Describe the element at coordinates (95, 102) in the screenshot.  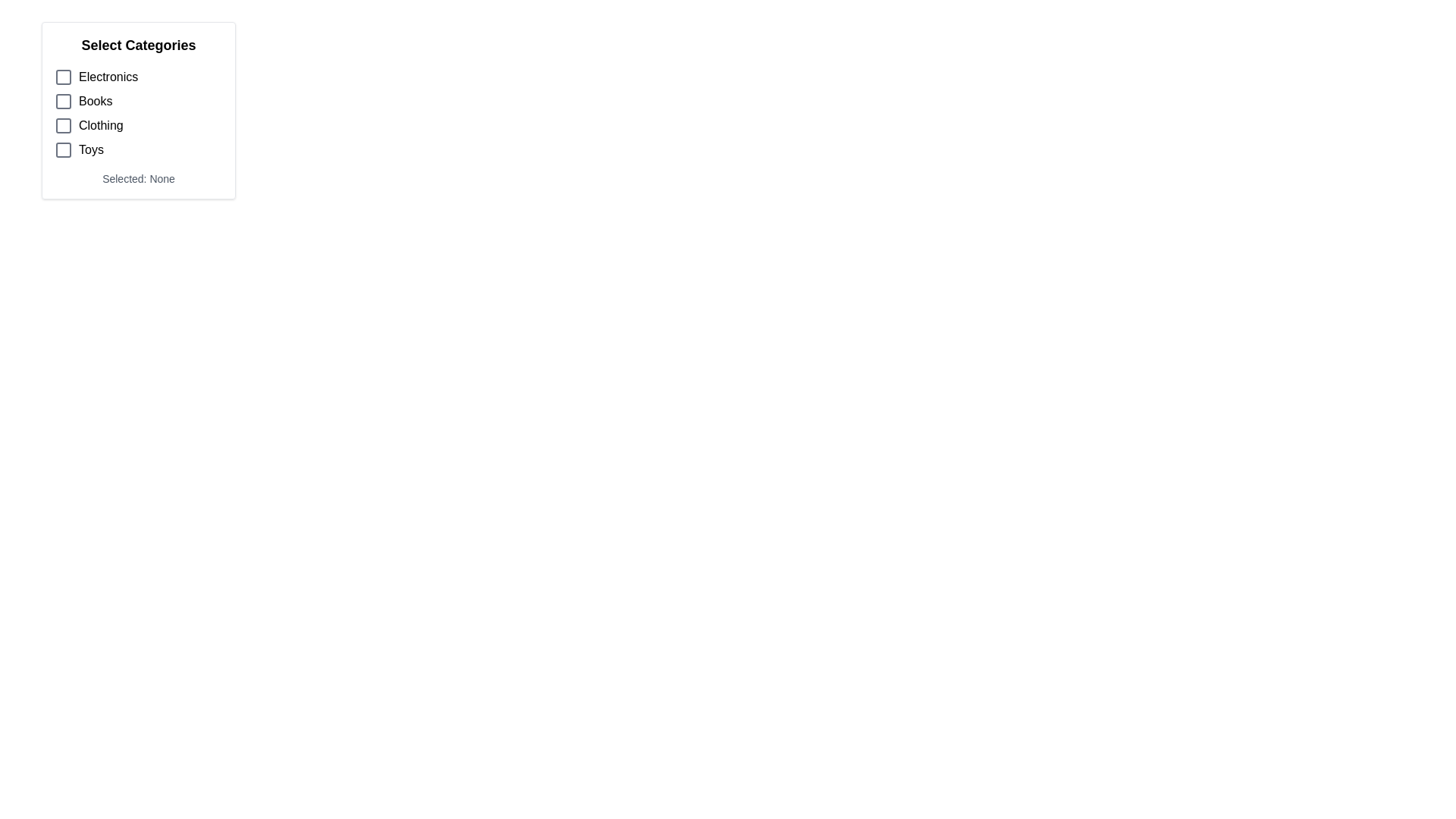
I see `the 'Books' category text label, which is located between 'Electronics' and 'Clothing' in the category selection options` at that location.